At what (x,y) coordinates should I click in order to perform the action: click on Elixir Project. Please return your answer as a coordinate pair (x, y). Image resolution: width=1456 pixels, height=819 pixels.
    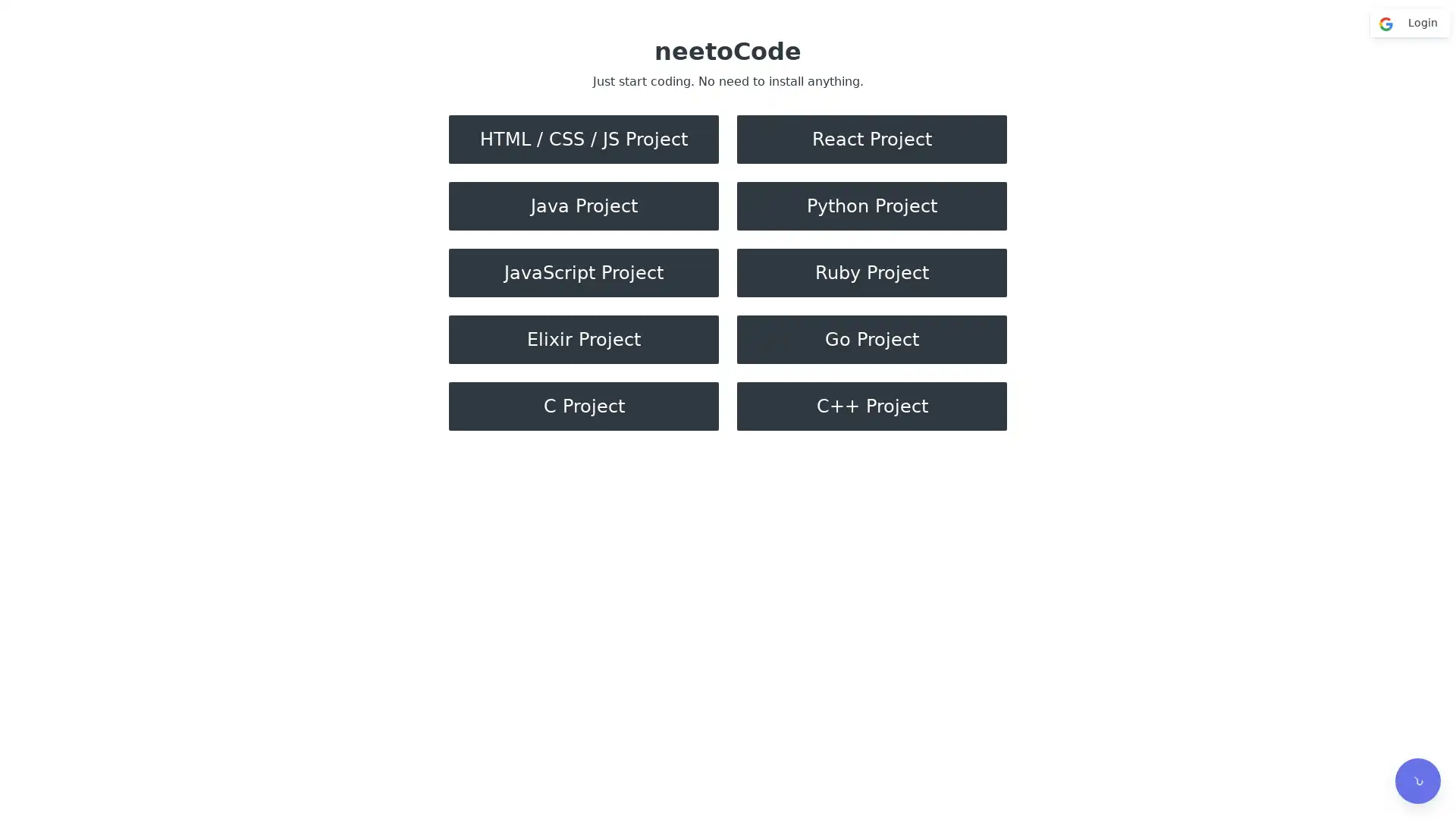
    Looking at the image, I should click on (582, 338).